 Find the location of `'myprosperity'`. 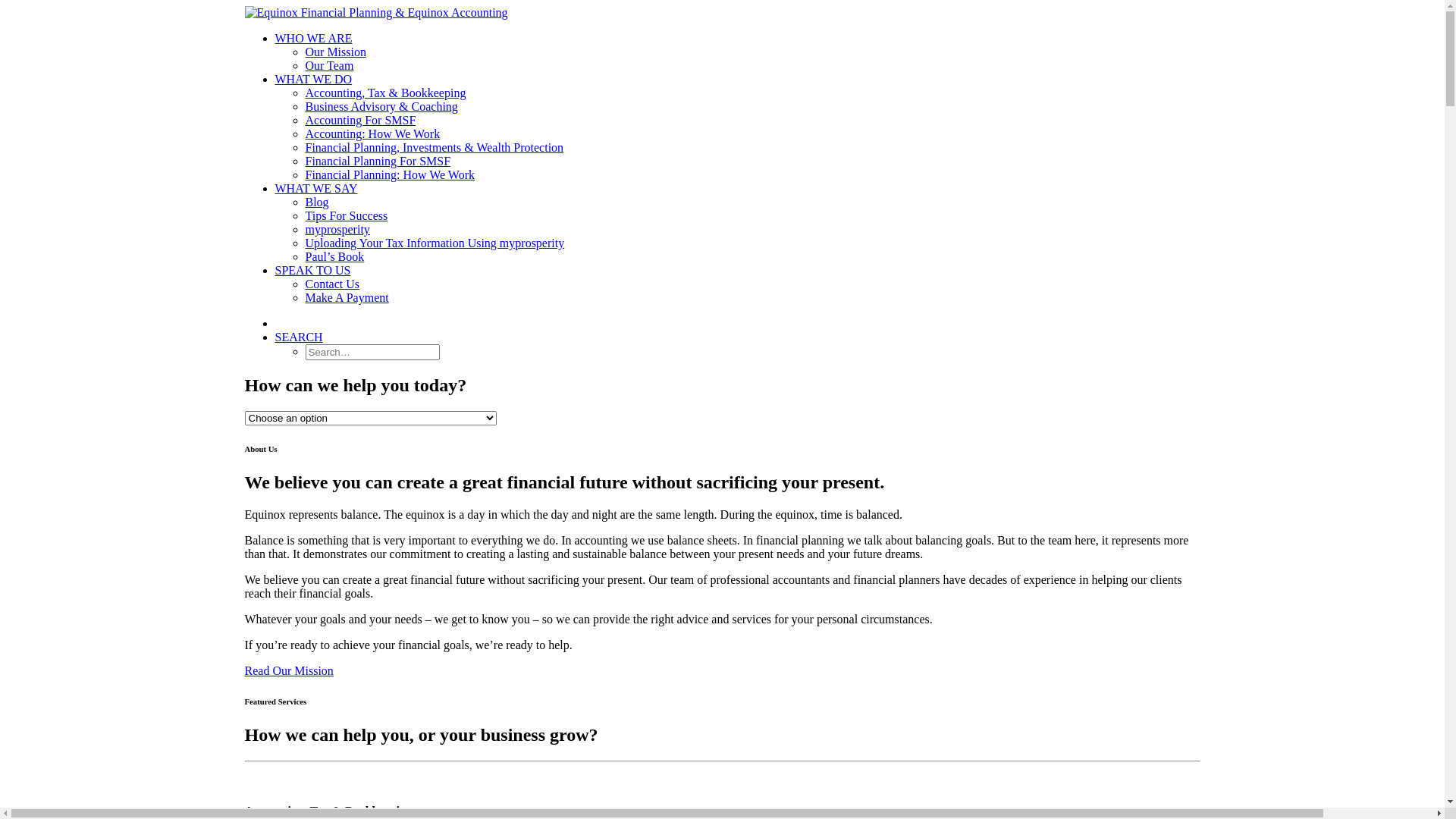

'myprosperity' is located at coordinates (336, 229).